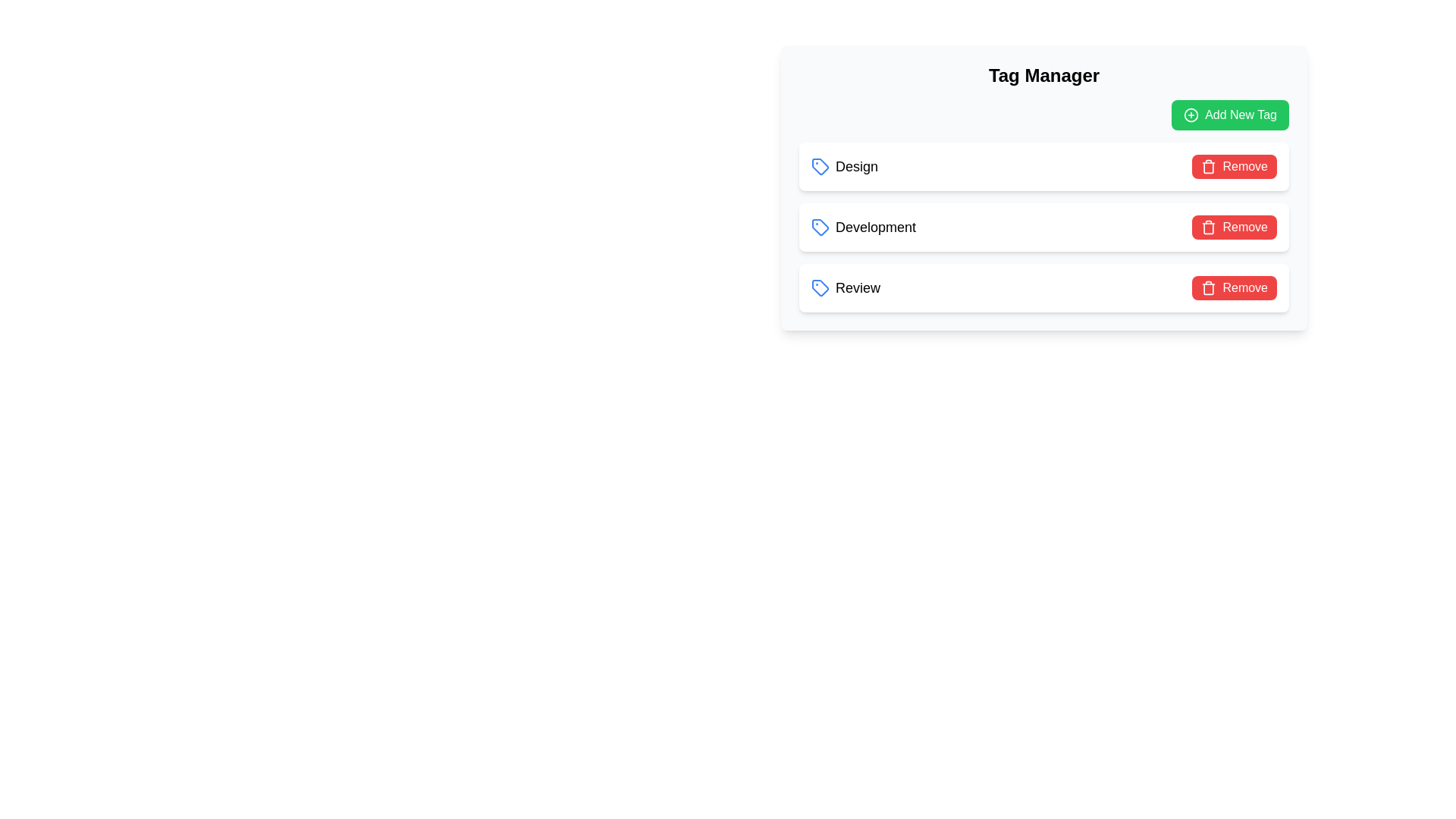 The height and width of the screenshot is (819, 1456). What do you see at coordinates (1207, 166) in the screenshot?
I see `the trash can icon within the 'Remove' button in the 'Design' row of the 'Tag Manager' interface to initiate the removal action` at bounding box center [1207, 166].